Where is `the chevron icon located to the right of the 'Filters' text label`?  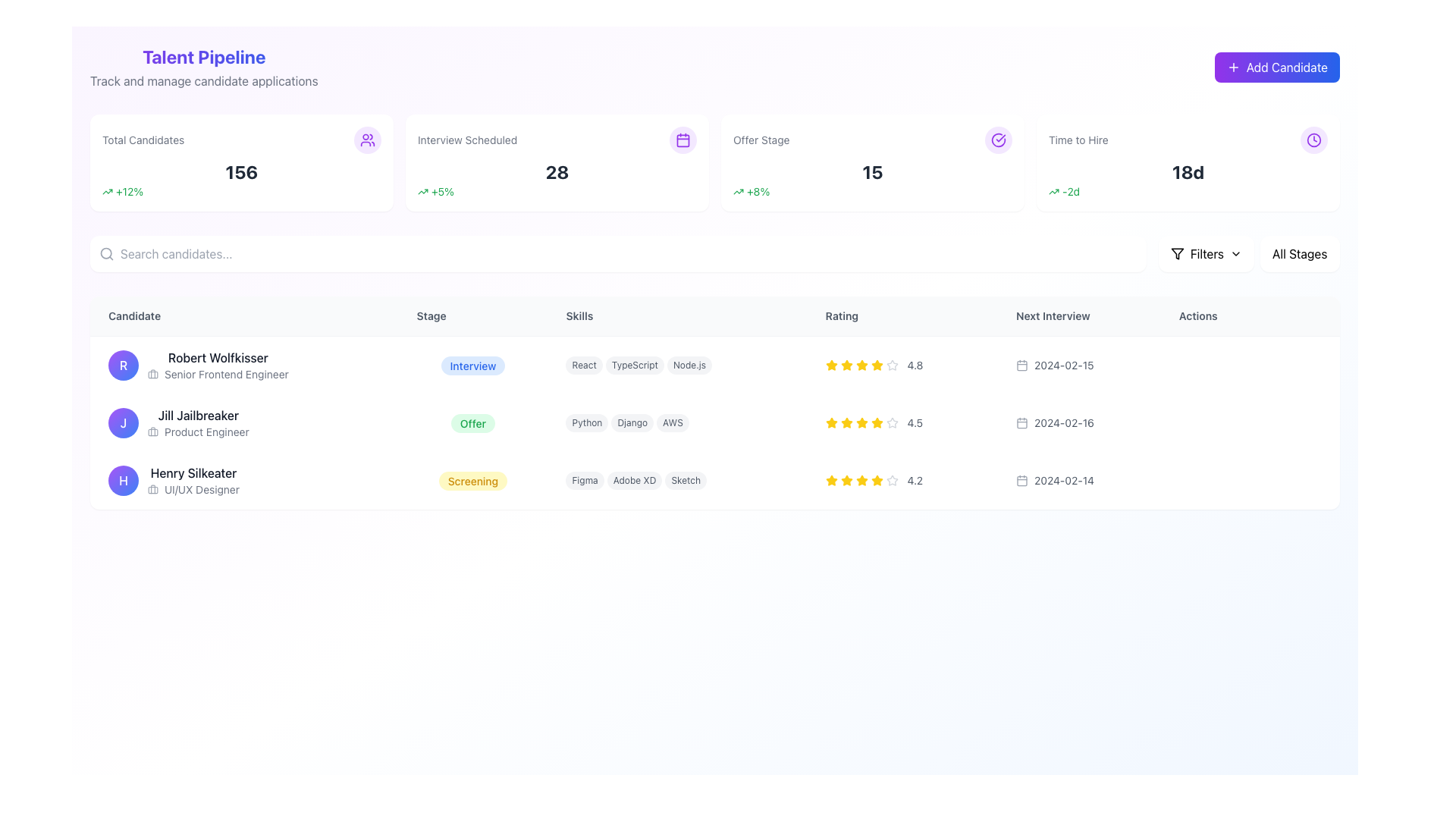 the chevron icon located to the right of the 'Filters' text label is located at coordinates (1236, 253).